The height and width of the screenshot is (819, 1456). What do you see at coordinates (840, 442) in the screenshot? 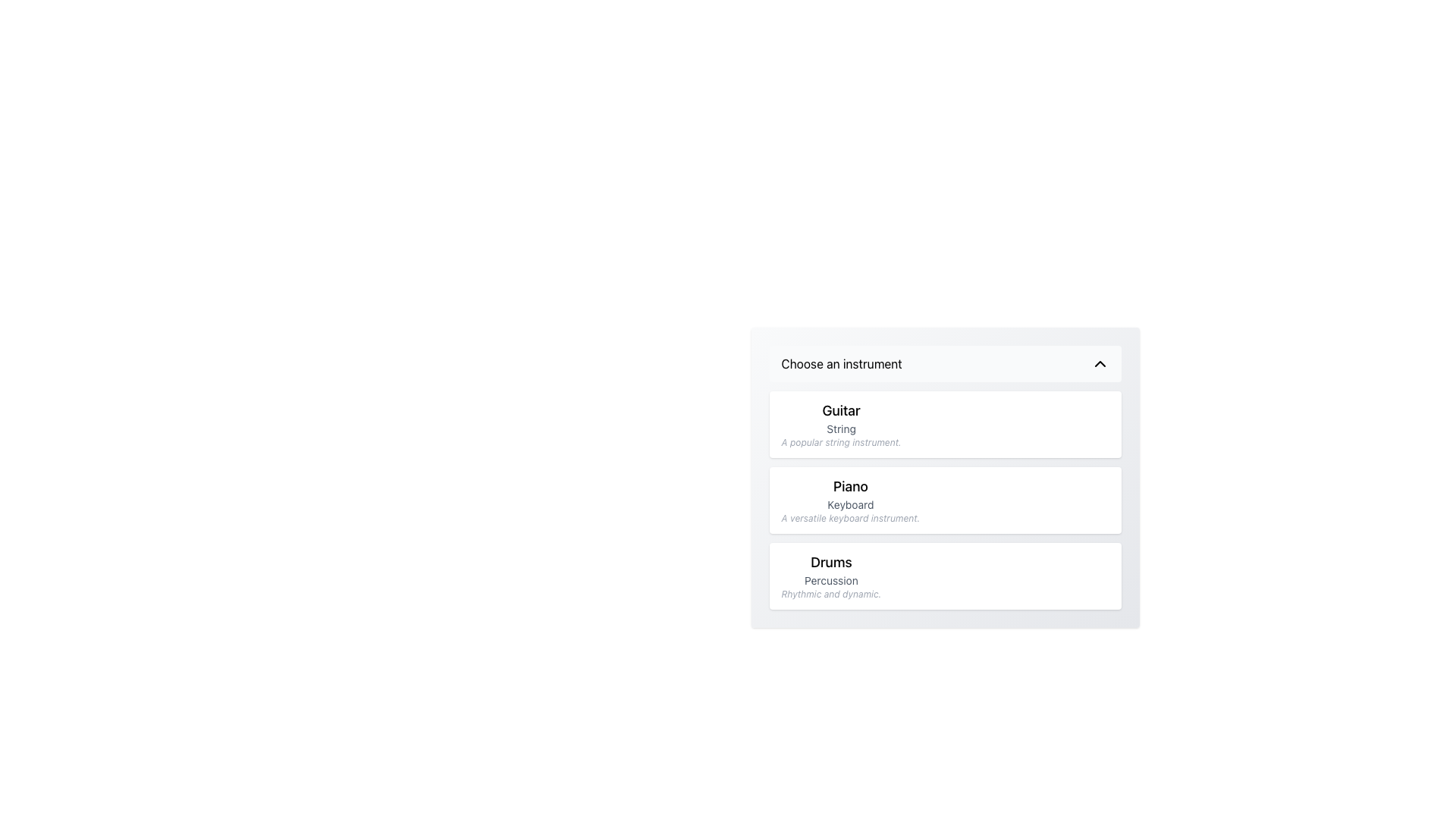
I see `the text snippet reading 'A popular string instrument.' which is styled in a small, italicized font and located below the text 'String' in the 'Choose an instrument' list` at bounding box center [840, 442].